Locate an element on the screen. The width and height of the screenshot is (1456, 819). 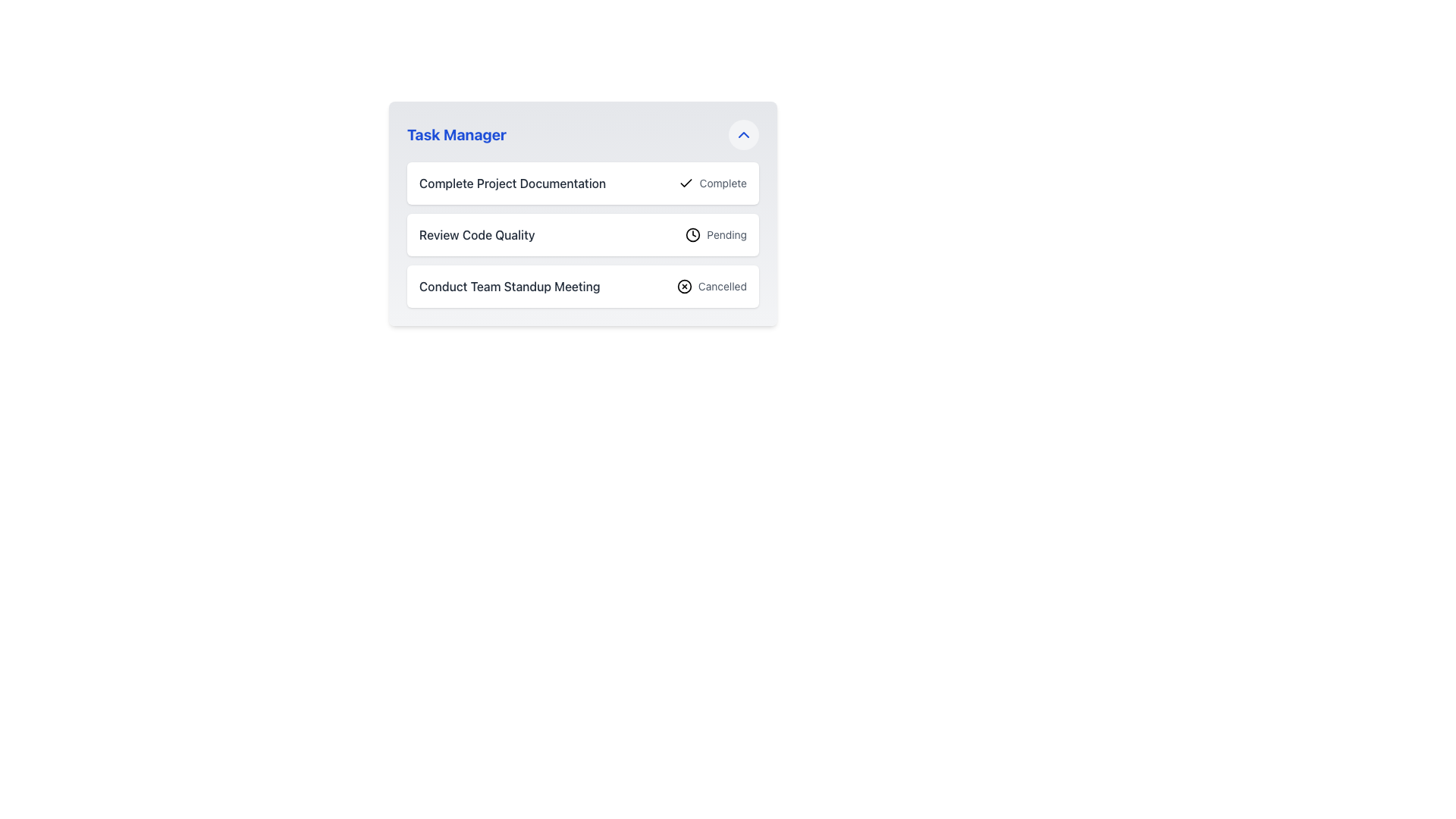
the descriptive title text label of the task item located within the task management interface is located at coordinates (510, 287).